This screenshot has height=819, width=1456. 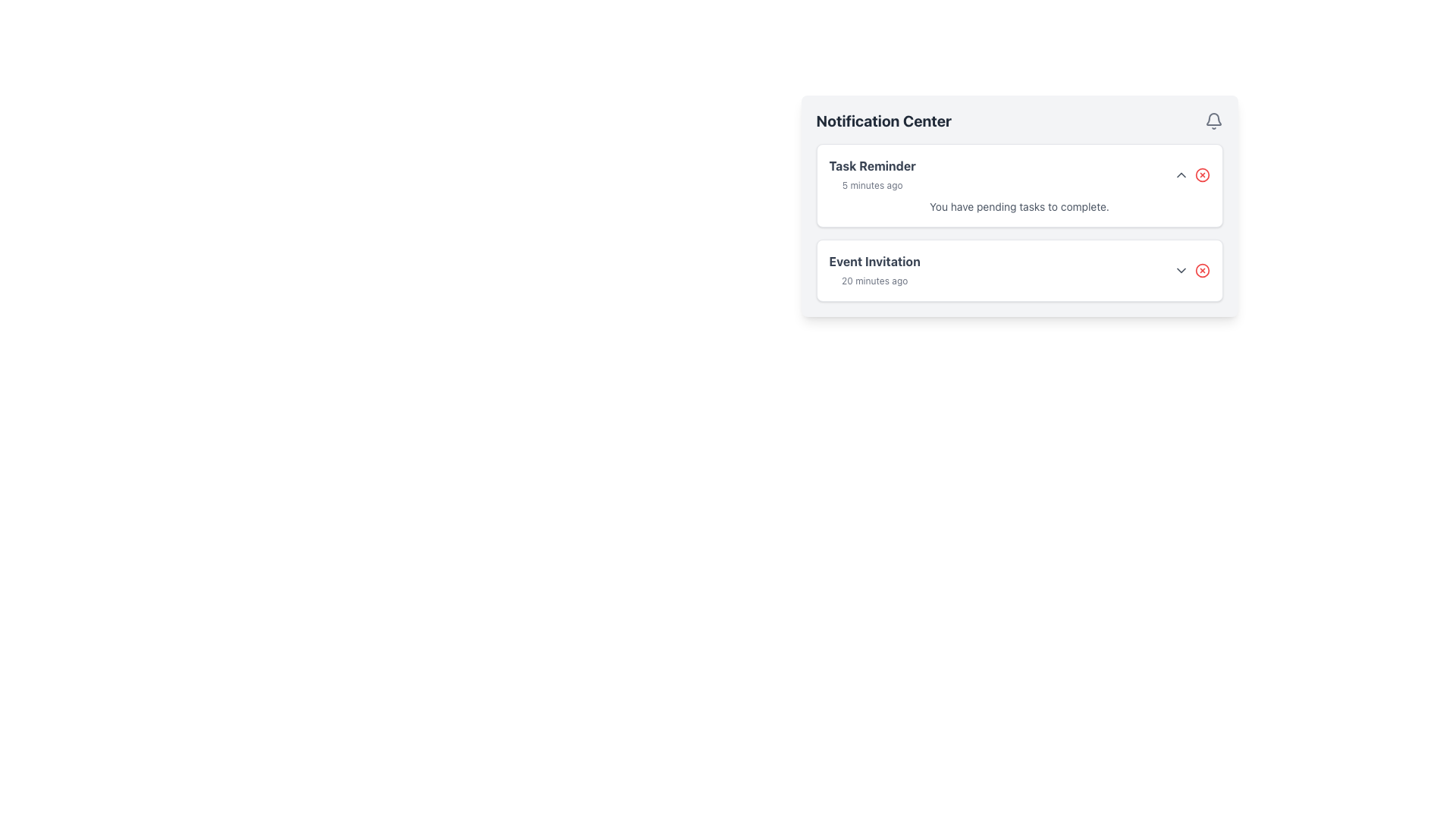 I want to click on the button located in the top-right corner of the 'Task Reminder' notification block, so click(x=1180, y=174).